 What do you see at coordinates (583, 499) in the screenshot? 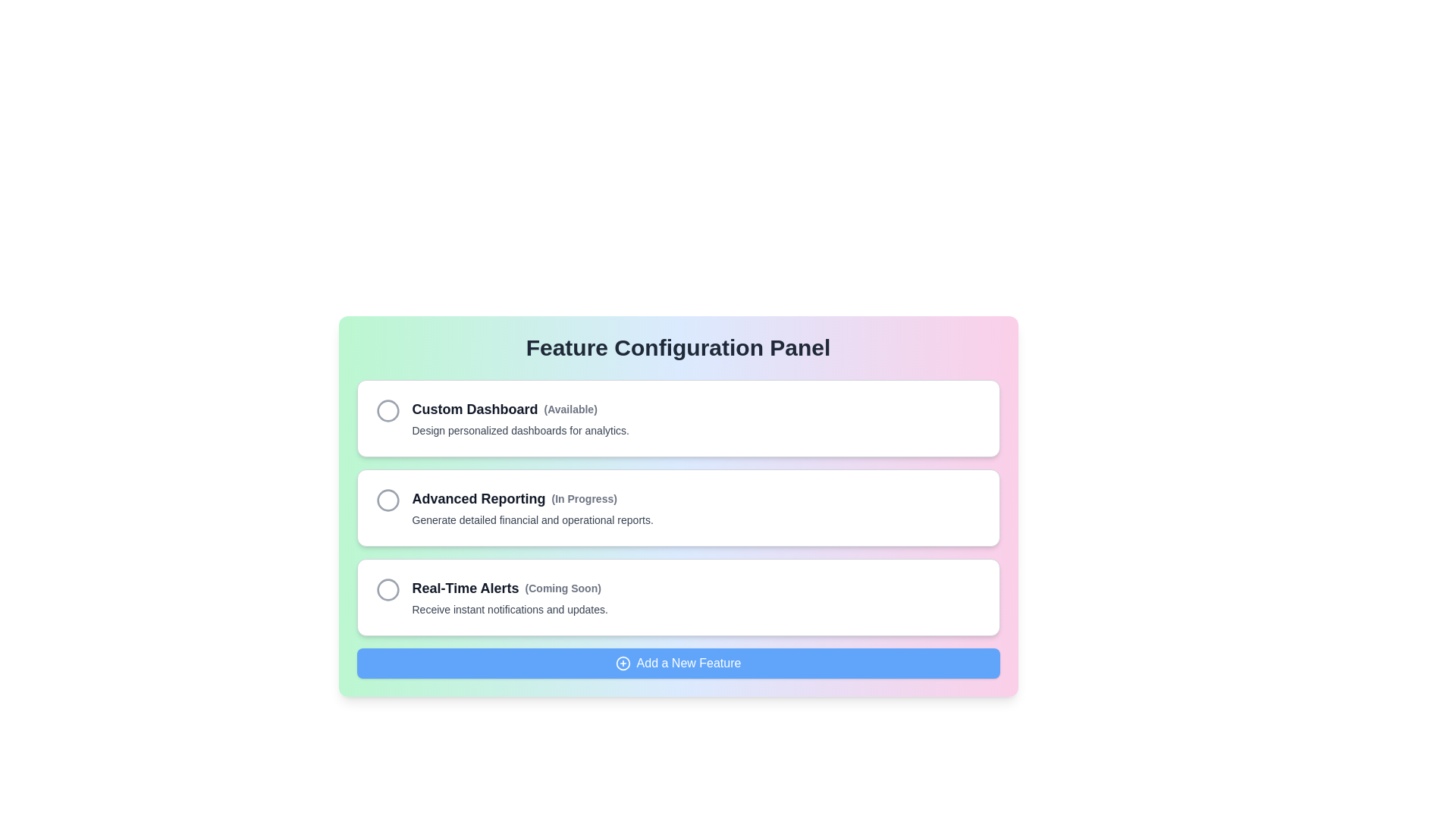
I see `the status label indicating 'In Progress' for the 'Advanced Reporting' feature, positioned to the right of the 'Advanced Reporting' text` at bounding box center [583, 499].